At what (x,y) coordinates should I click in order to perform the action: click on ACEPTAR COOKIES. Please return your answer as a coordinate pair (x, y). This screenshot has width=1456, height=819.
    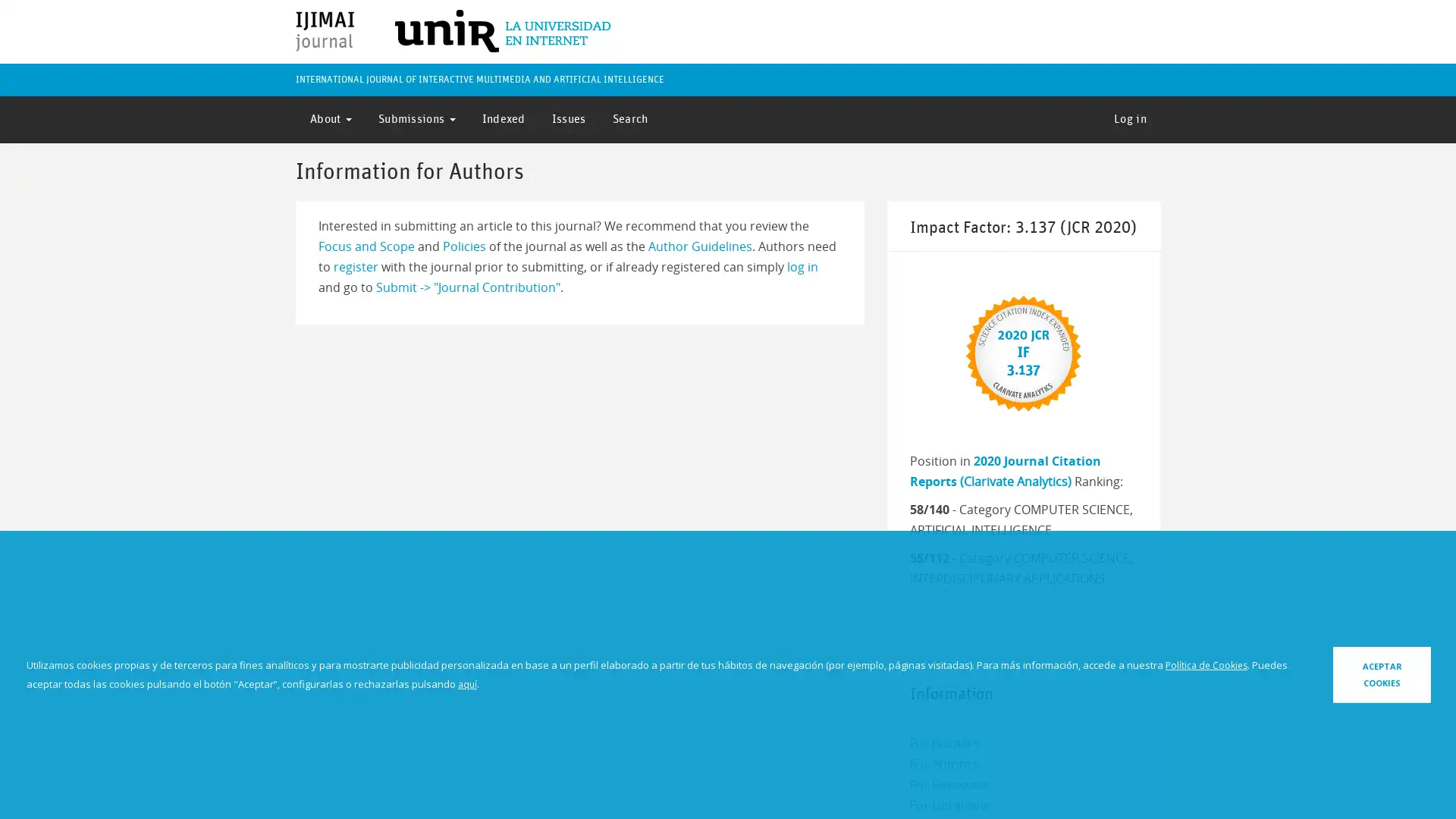
    Looking at the image, I should click on (1340, 673).